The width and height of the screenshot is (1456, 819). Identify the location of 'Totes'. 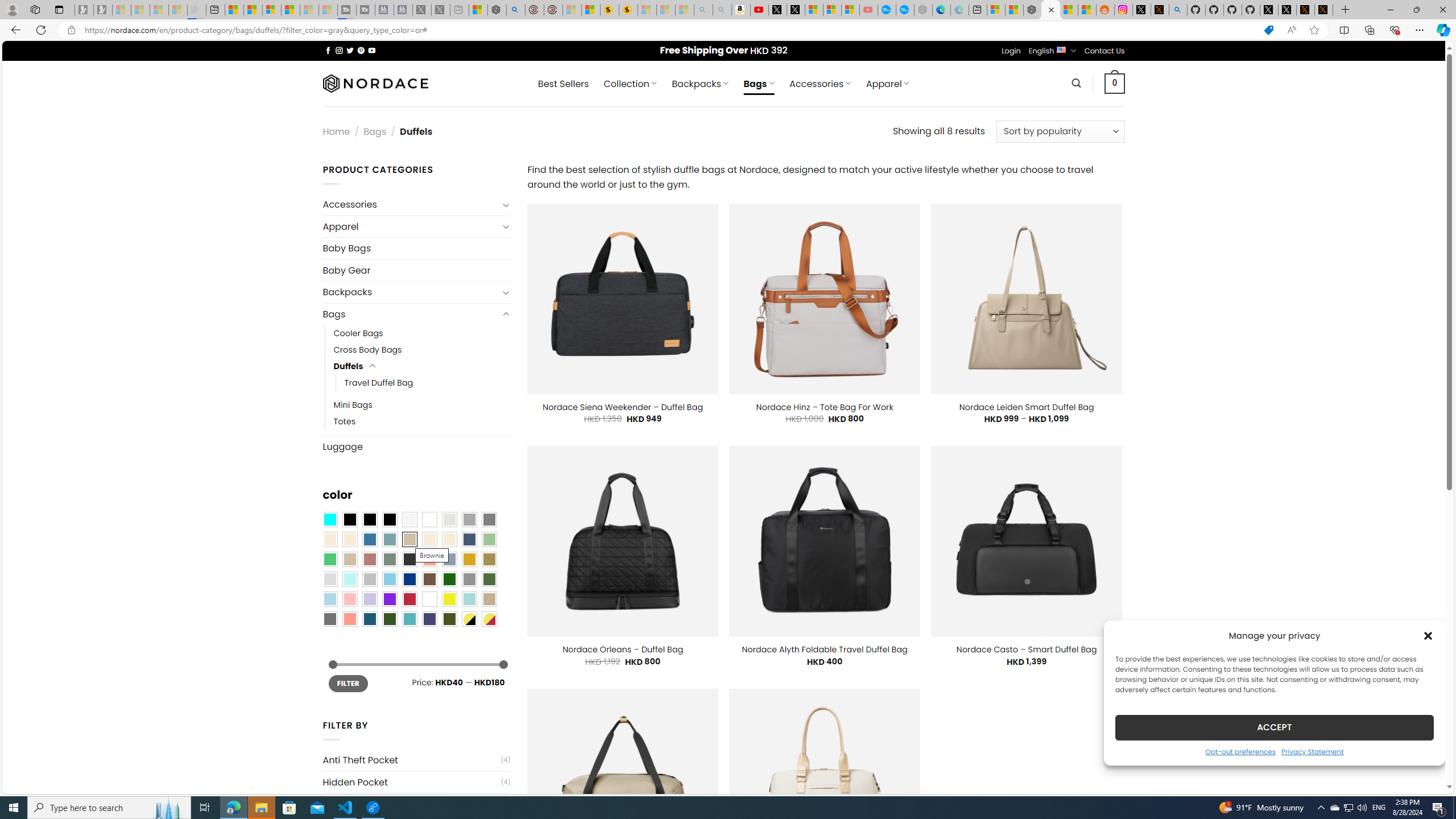
(345, 420).